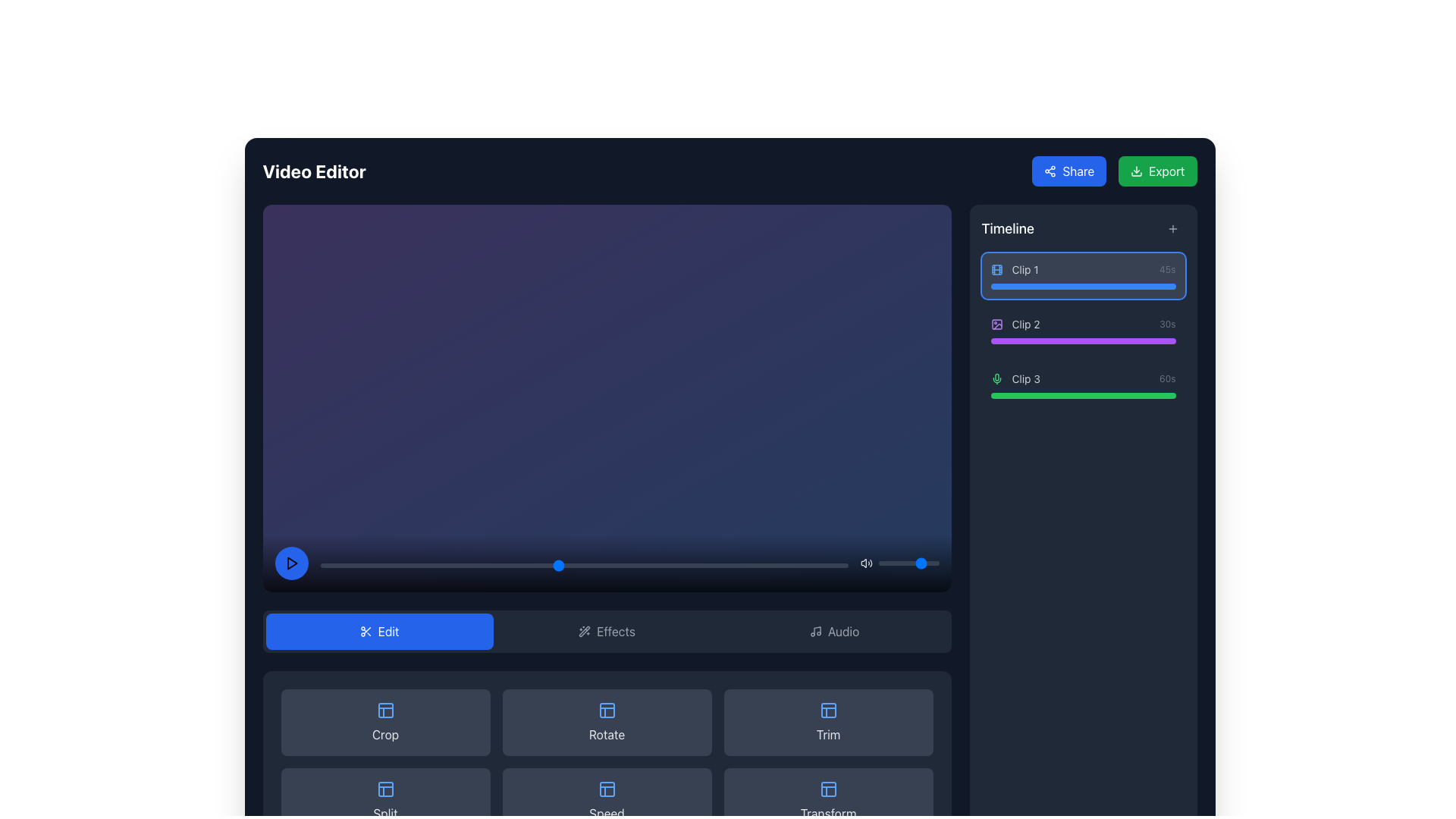 Image resolution: width=1456 pixels, height=819 pixels. I want to click on the scissor icon located within the blue rectangular 'Edit' button positioned on the far-left of the horizontal button row, so click(366, 631).